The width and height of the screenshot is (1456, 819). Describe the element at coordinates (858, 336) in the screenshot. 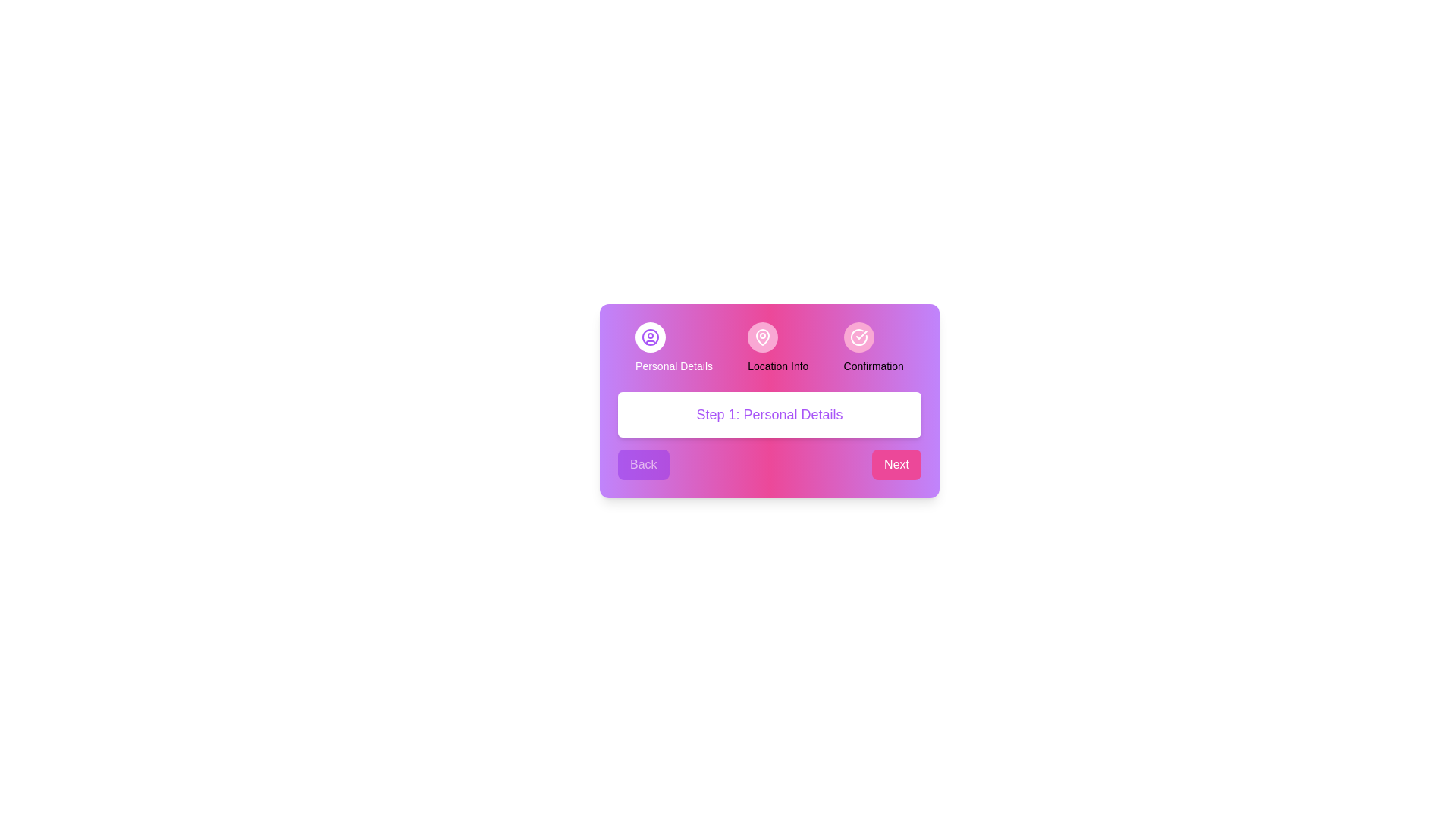

I see `the step indicator corresponding to Confirmation to view its information` at that location.